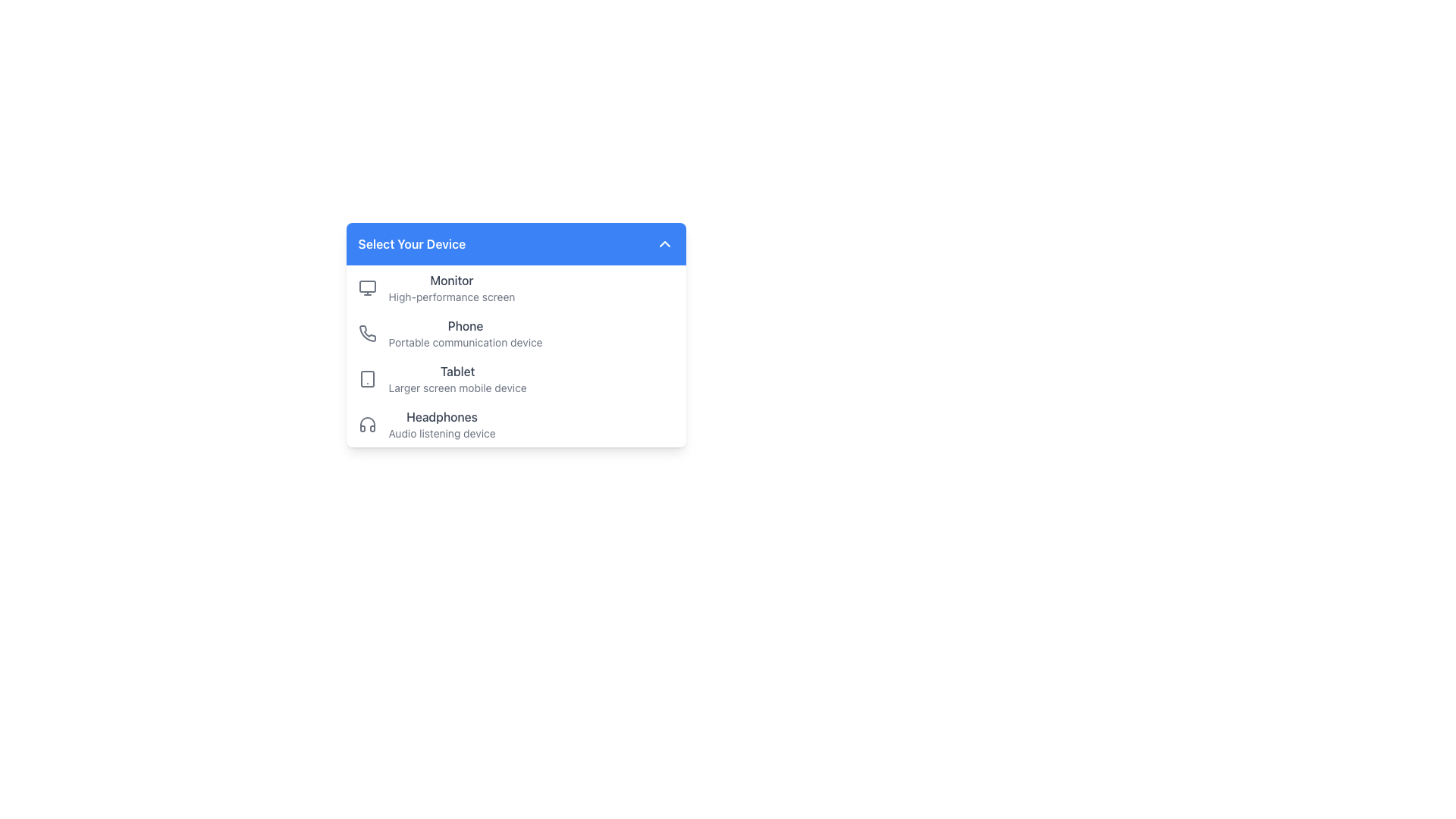 This screenshot has height=819, width=1456. I want to click on text label identifying the monitor in the dropdown menu under 'Select Your Device.', so click(450, 288).